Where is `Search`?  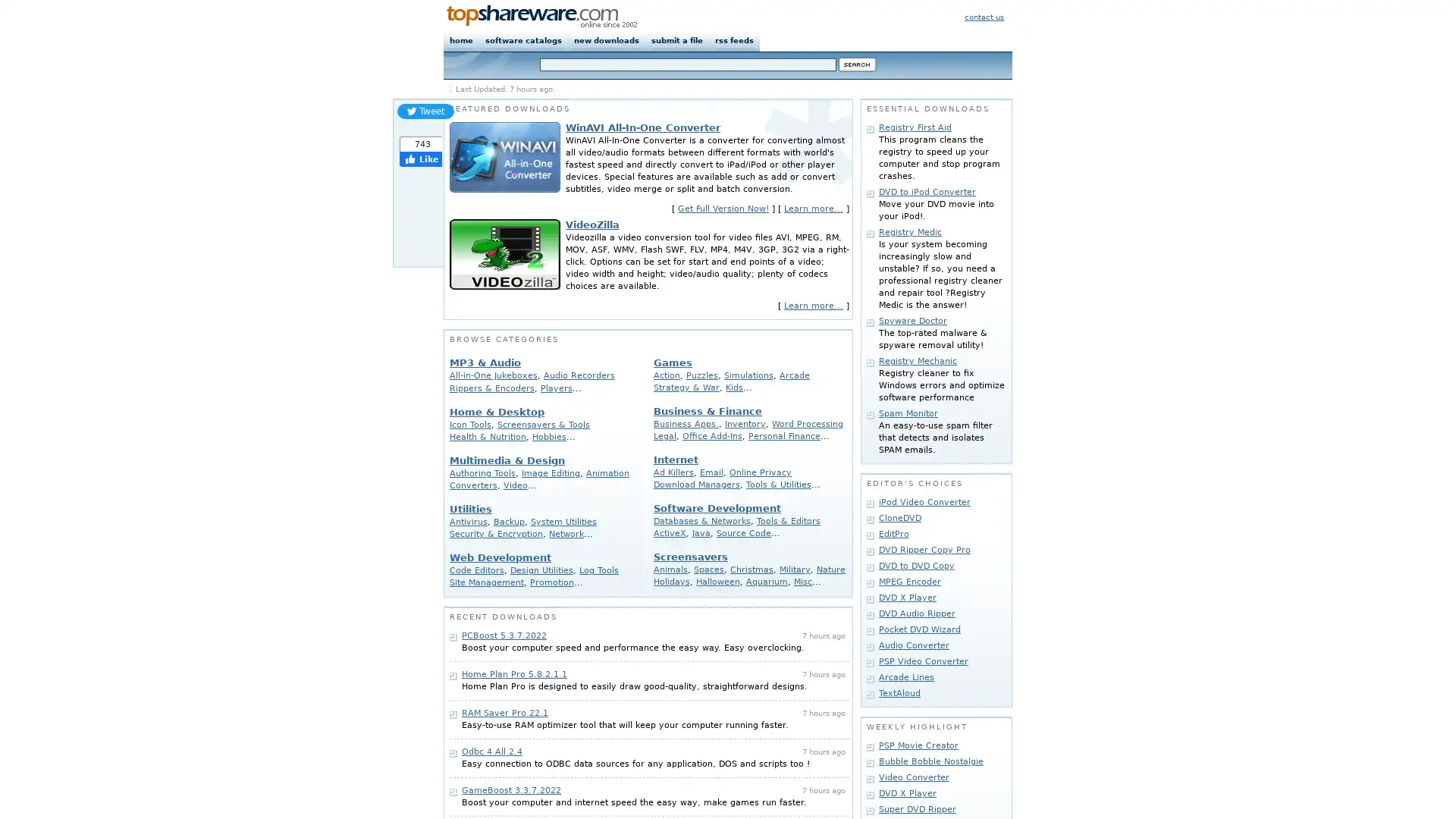
Search is located at coordinates (858, 64).